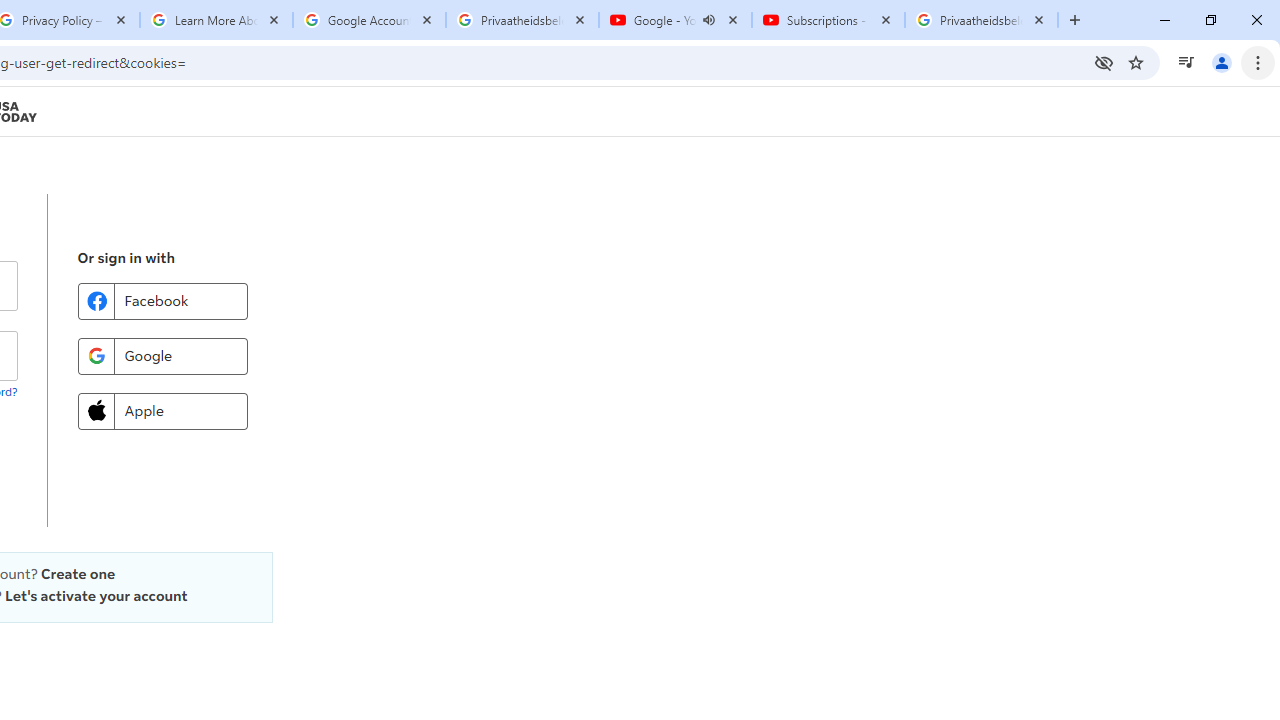 The height and width of the screenshot is (720, 1280). I want to click on 'Mute tab', so click(709, 20).